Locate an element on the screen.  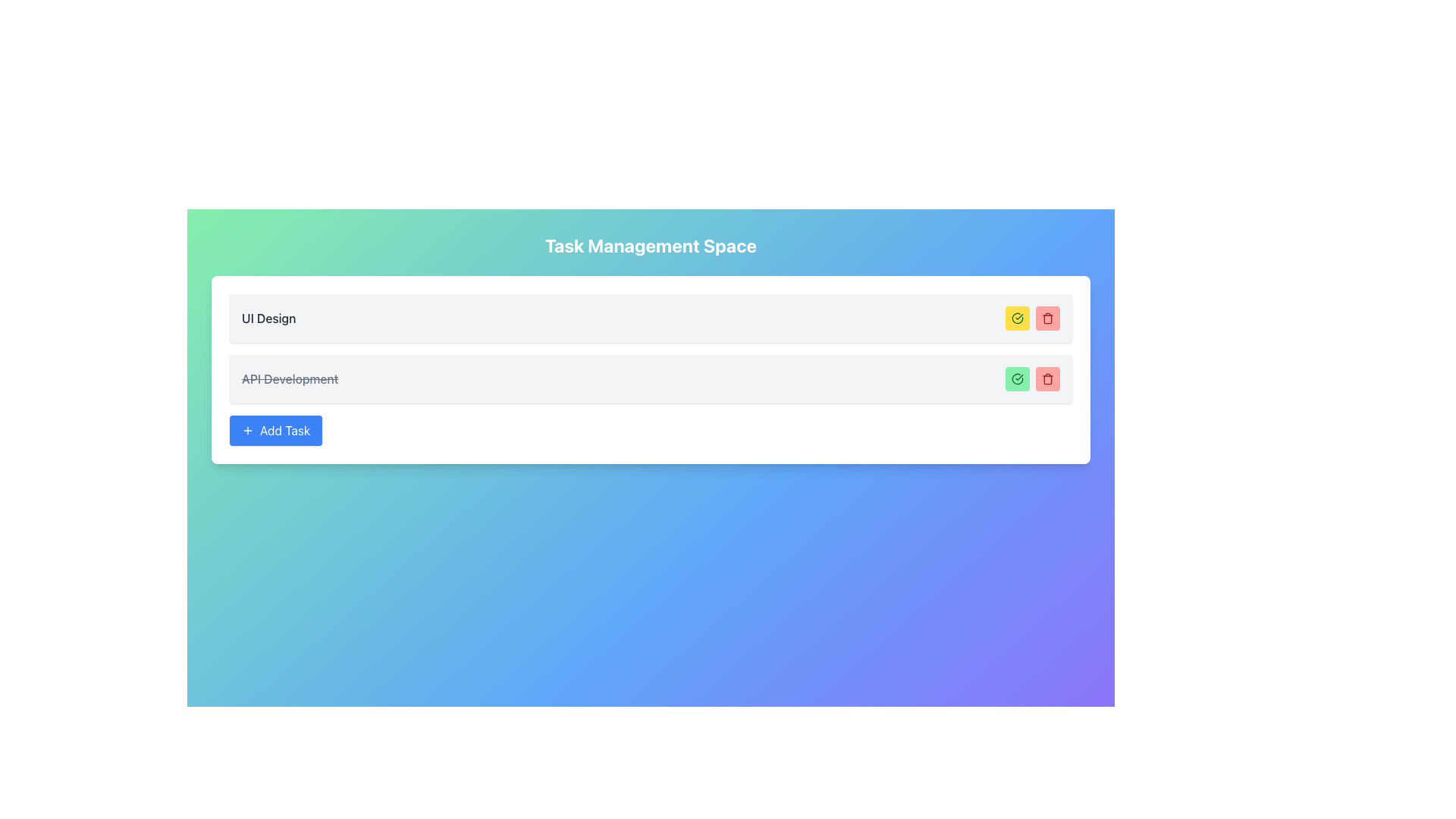
the 'Add Task' button, which is a rectangular button with a blue background and white text, located at the bottom-left corner of a task-related card is located at coordinates (276, 430).